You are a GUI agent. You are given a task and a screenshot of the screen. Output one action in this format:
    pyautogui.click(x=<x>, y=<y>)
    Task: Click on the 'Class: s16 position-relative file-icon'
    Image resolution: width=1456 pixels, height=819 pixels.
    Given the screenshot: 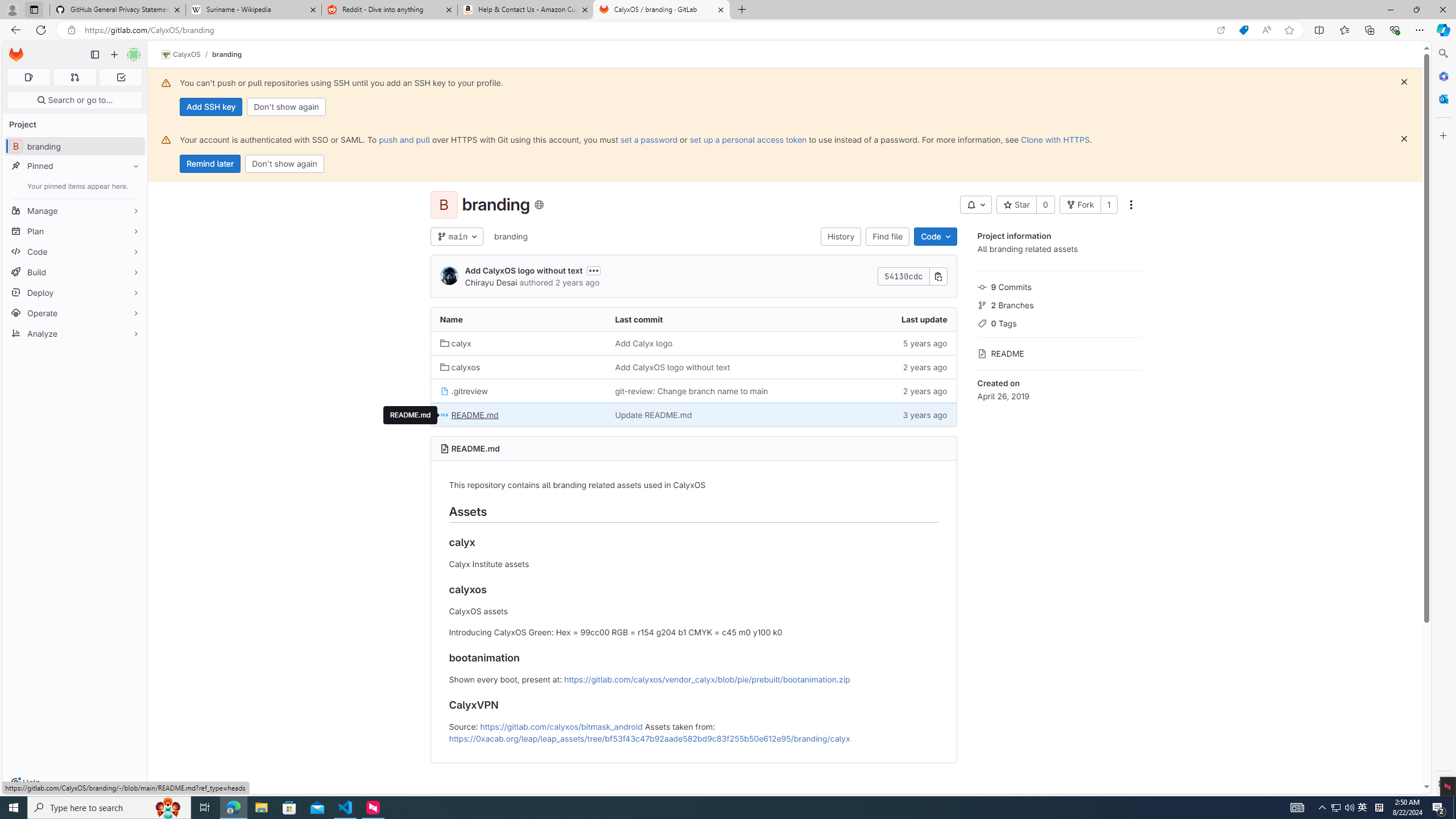 What is the action you would take?
    pyautogui.click(x=445, y=414)
    